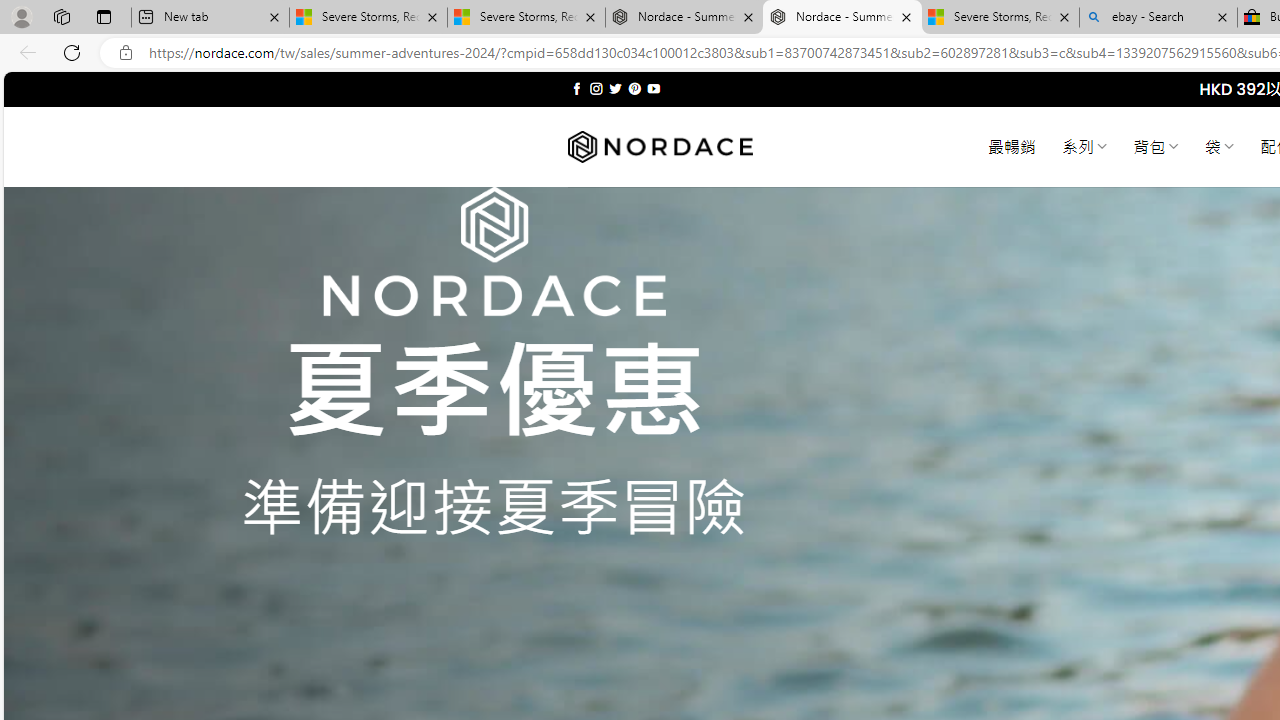 This screenshot has width=1280, height=720. Describe the element at coordinates (653, 88) in the screenshot. I see `'Follow on YouTube'` at that location.